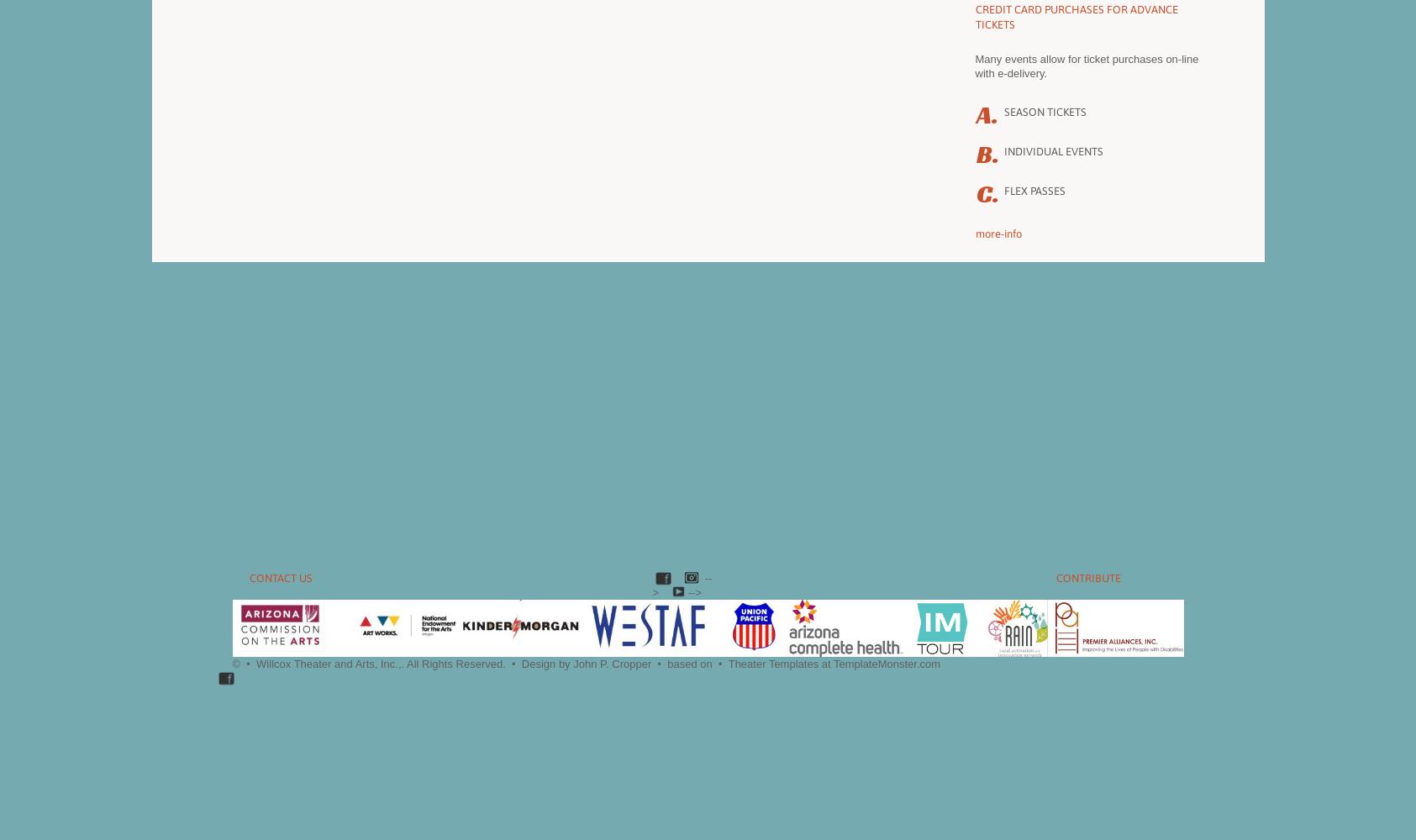 The height and width of the screenshot is (840, 1416). What do you see at coordinates (1045, 112) in the screenshot?
I see `'Season Tickets'` at bounding box center [1045, 112].